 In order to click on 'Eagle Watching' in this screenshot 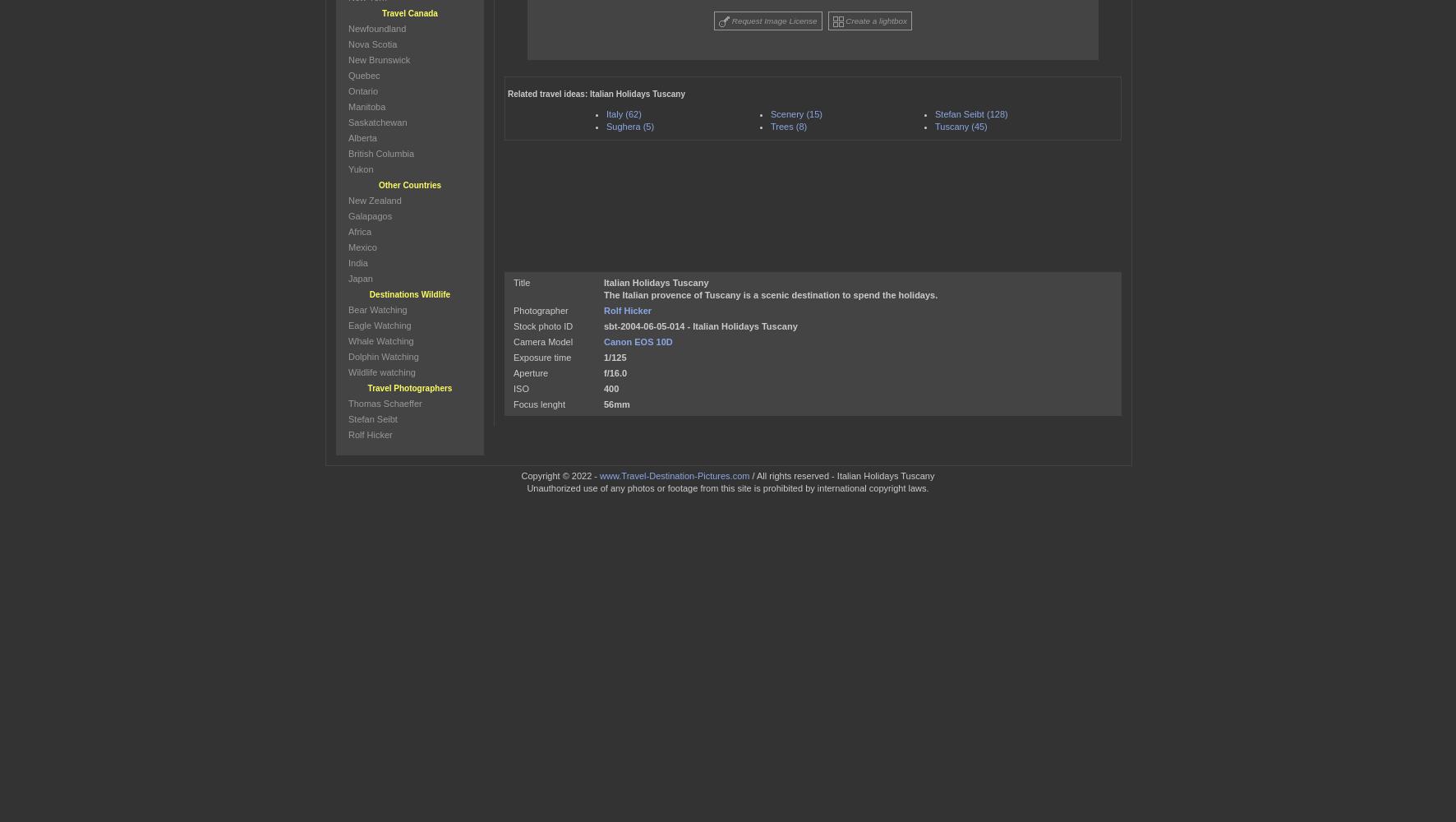, I will do `click(378, 326)`.